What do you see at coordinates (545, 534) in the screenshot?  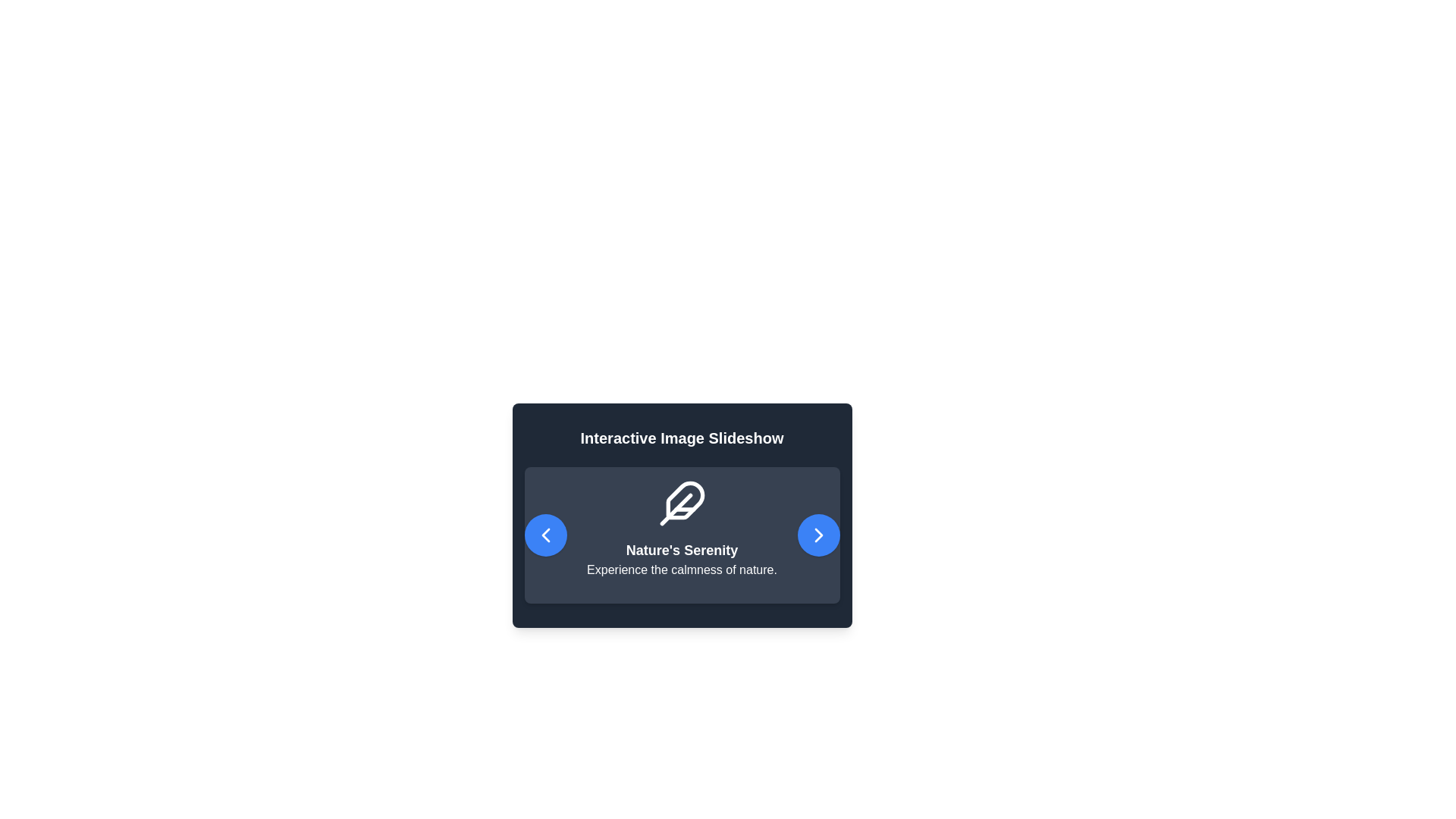 I see `the navigation button to the left of 'Nature's Serenity'` at bounding box center [545, 534].